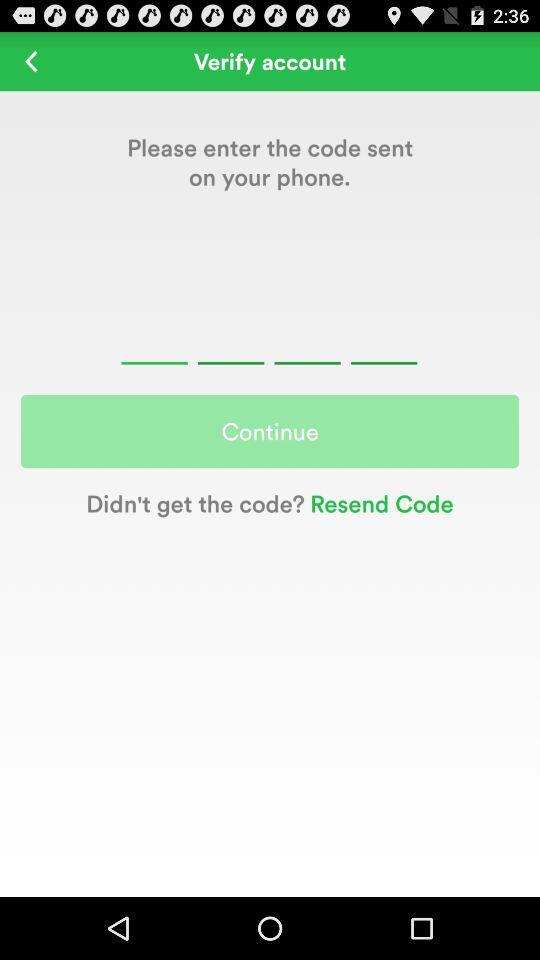 This screenshot has height=960, width=540. What do you see at coordinates (30, 61) in the screenshot?
I see `icon above the continue item` at bounding box center [30, 61].